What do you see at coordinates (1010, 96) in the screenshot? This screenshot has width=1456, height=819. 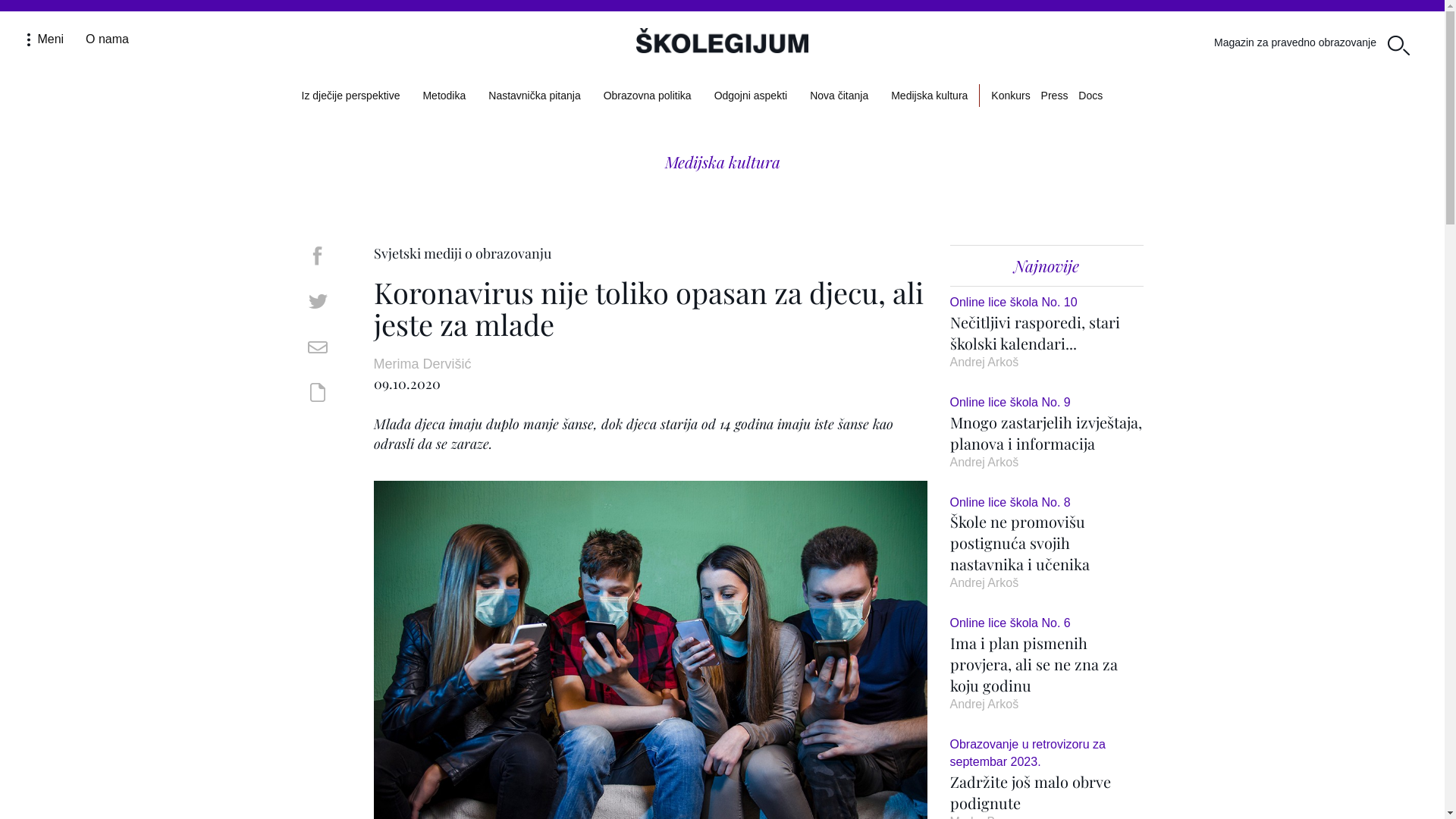 I see `'Konkurs'` at bounding box center [1010, 96].